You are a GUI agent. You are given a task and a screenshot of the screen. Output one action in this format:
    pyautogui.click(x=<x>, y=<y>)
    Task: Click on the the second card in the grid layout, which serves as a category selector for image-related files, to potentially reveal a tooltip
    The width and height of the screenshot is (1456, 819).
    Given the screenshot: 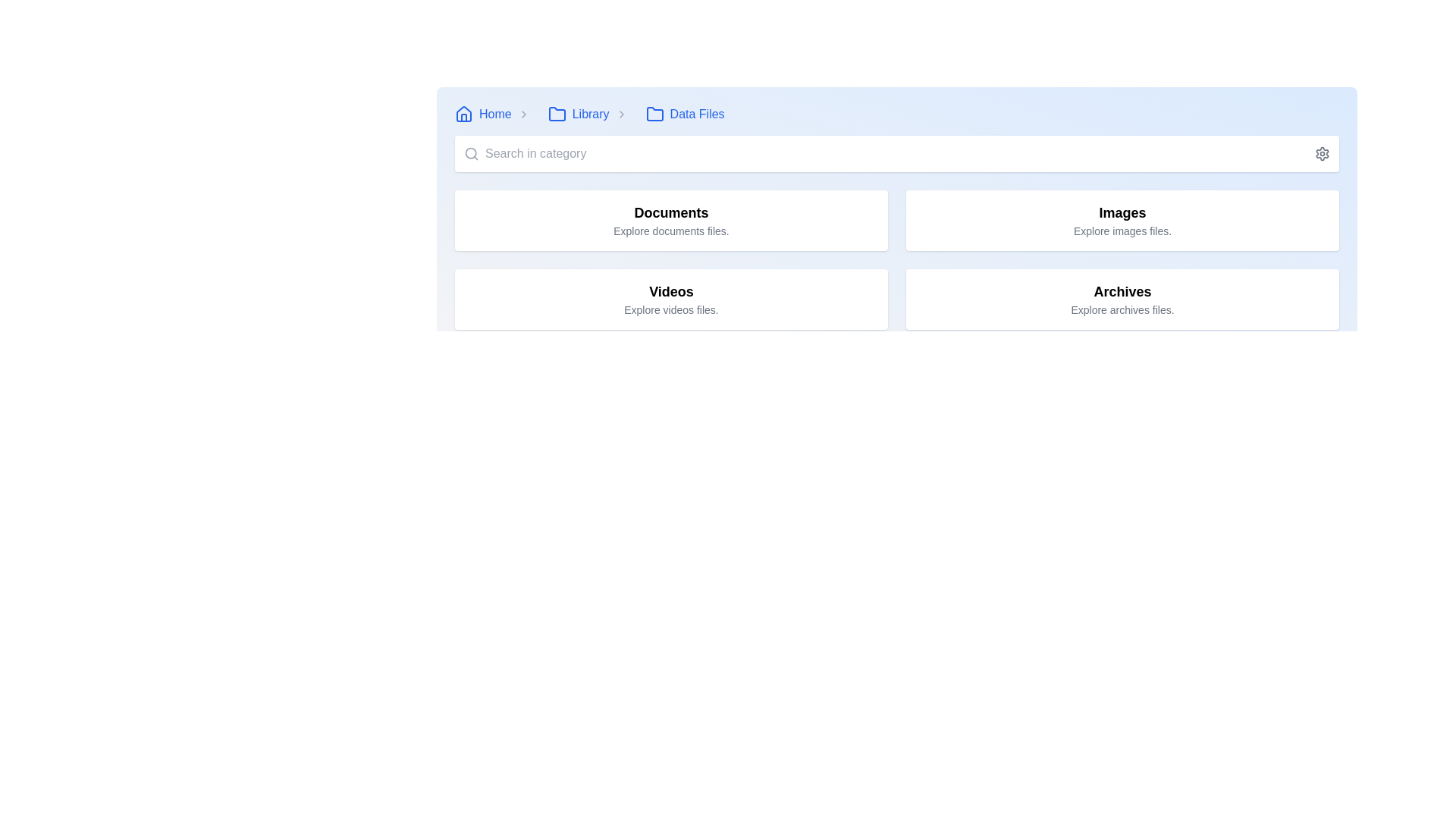 What is the action you would take?
    pyautogui.click(x=1122, y=220)
    